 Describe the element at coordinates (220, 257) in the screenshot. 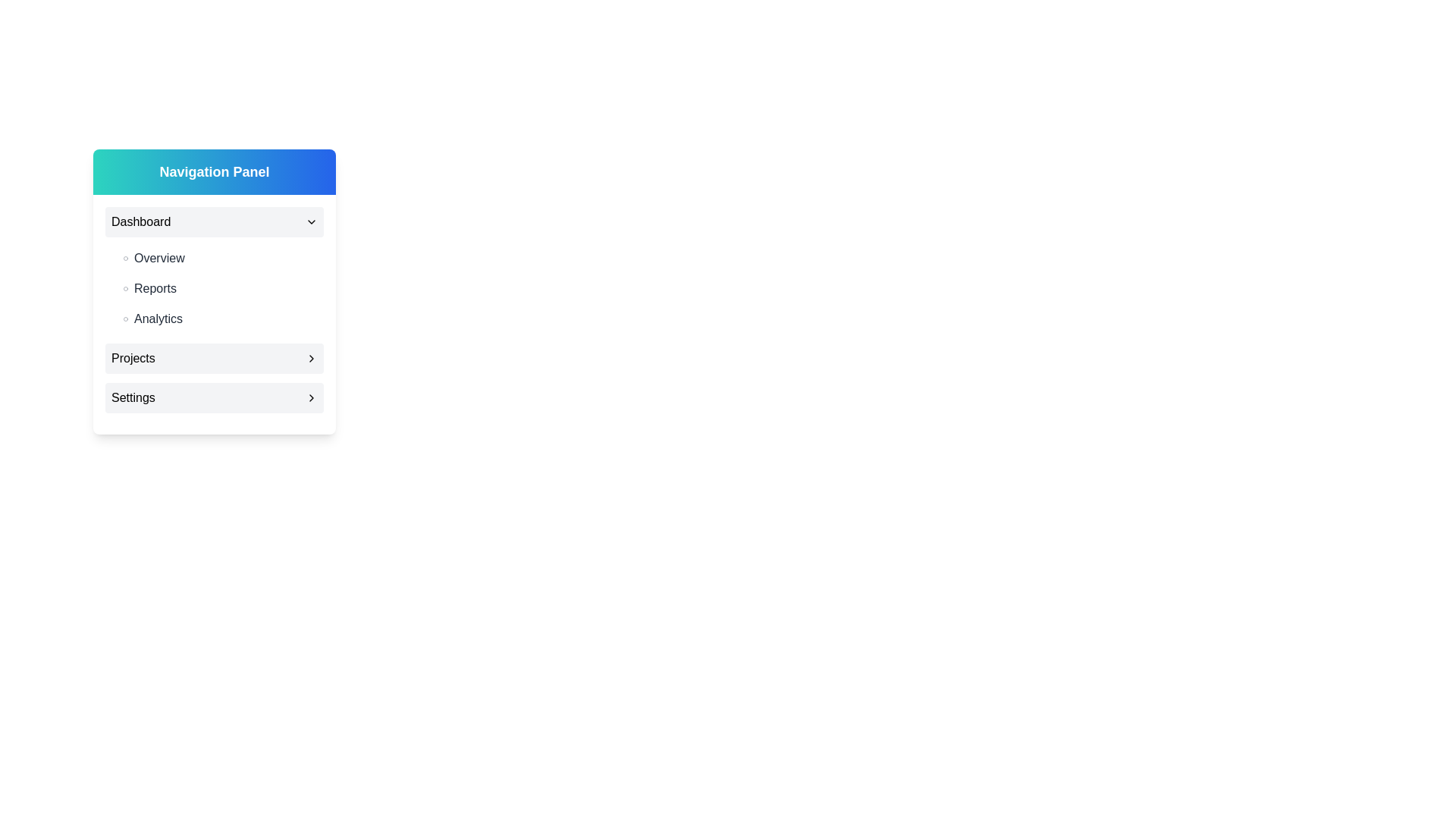

I see `the 'Overview' button located` at that location.